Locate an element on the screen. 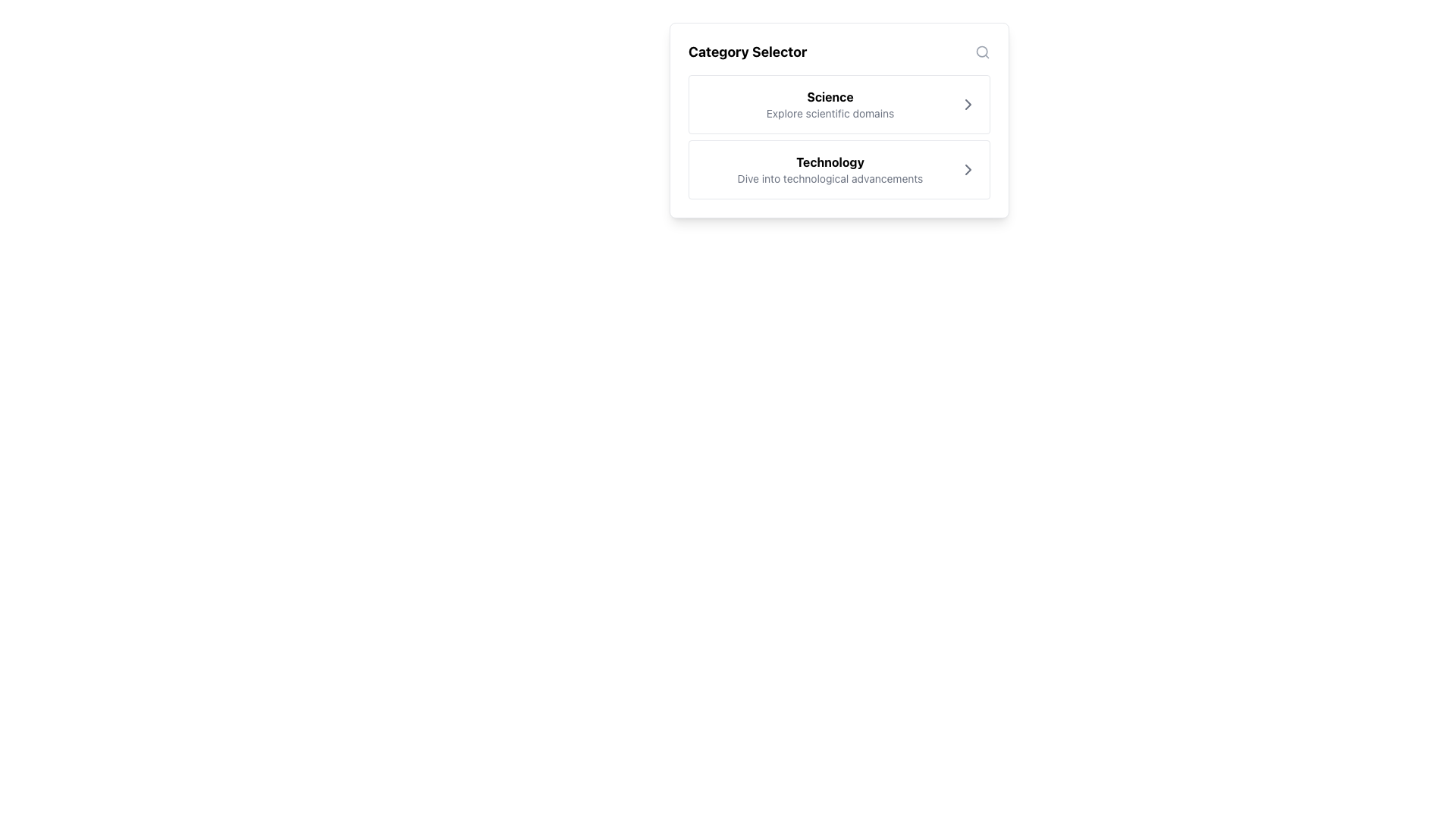  the rightward-pointing chevron-style arrow icon located next to the 'Science' category in the Category Selector interface is located at coordinates (967, 104).